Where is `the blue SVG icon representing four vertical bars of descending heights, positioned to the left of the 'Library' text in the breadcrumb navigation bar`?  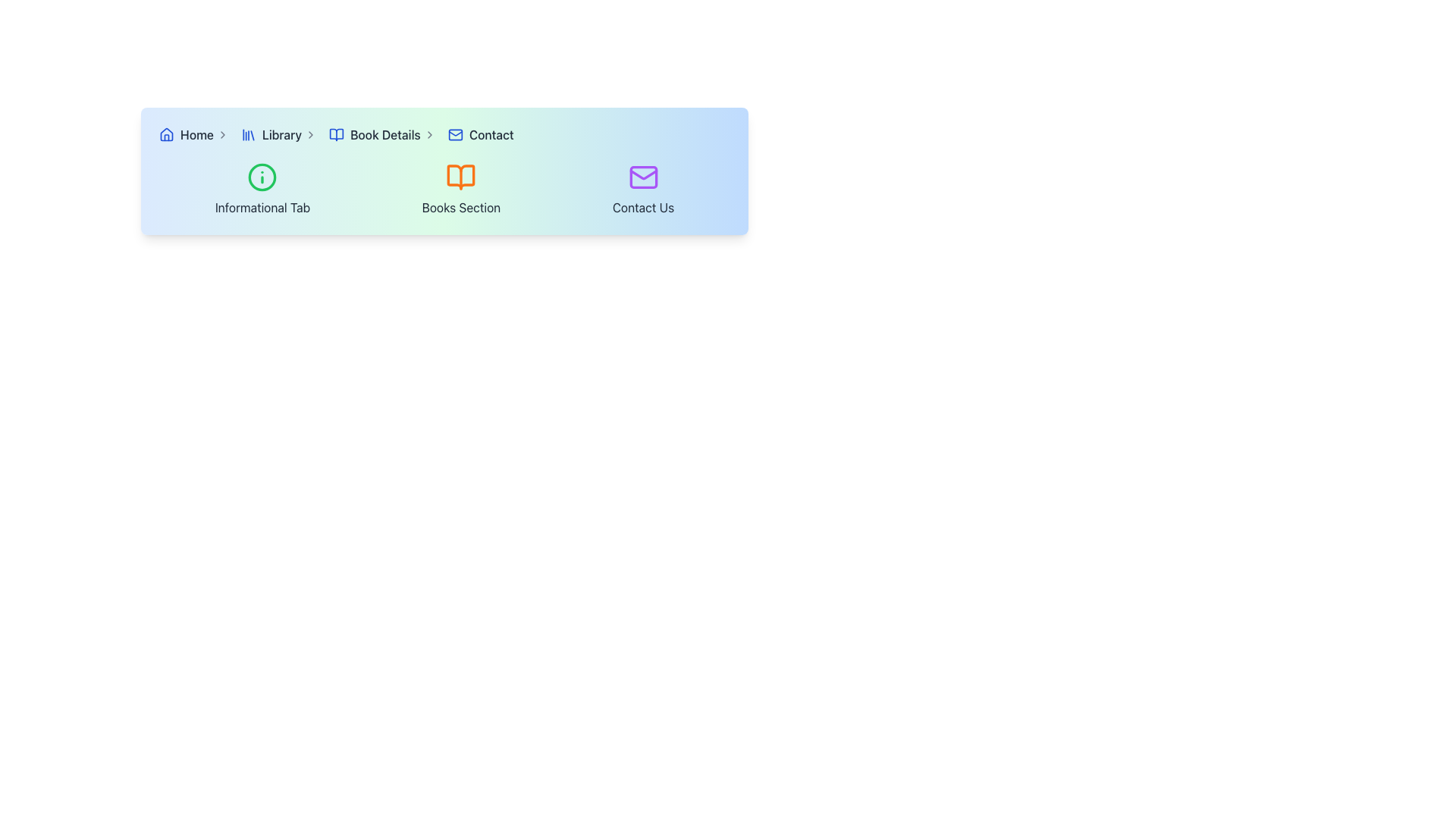
the blue SVG icon representing four vertical bars of descending heights, positioned to the left of the 'Library' text in the breadcrumb navigation bar is located at coordinates (248, 133).